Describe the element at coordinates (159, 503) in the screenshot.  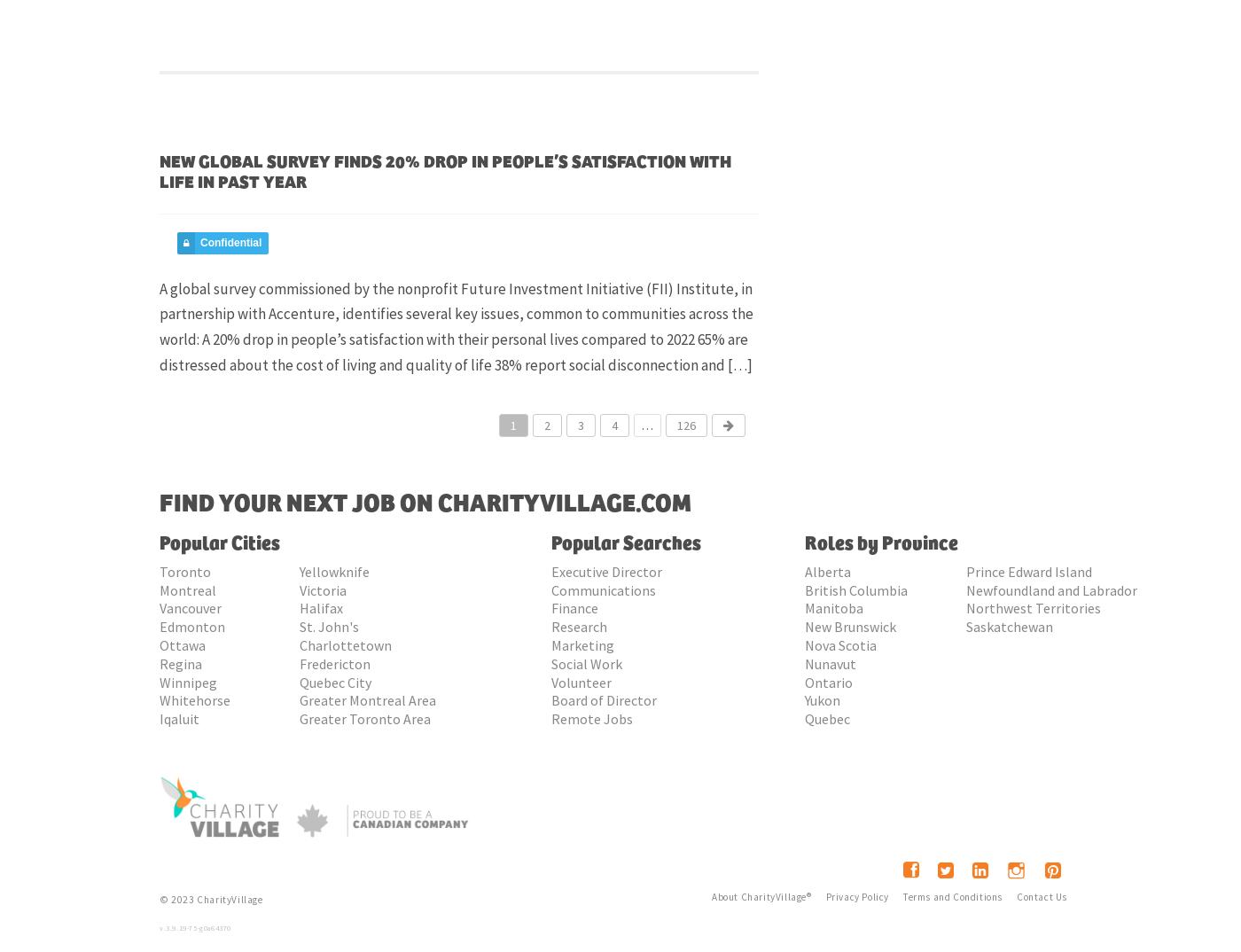
I see `'FIND YOUR NEXT JOB ON CHARITYVILLAGE.COM'` at that location.